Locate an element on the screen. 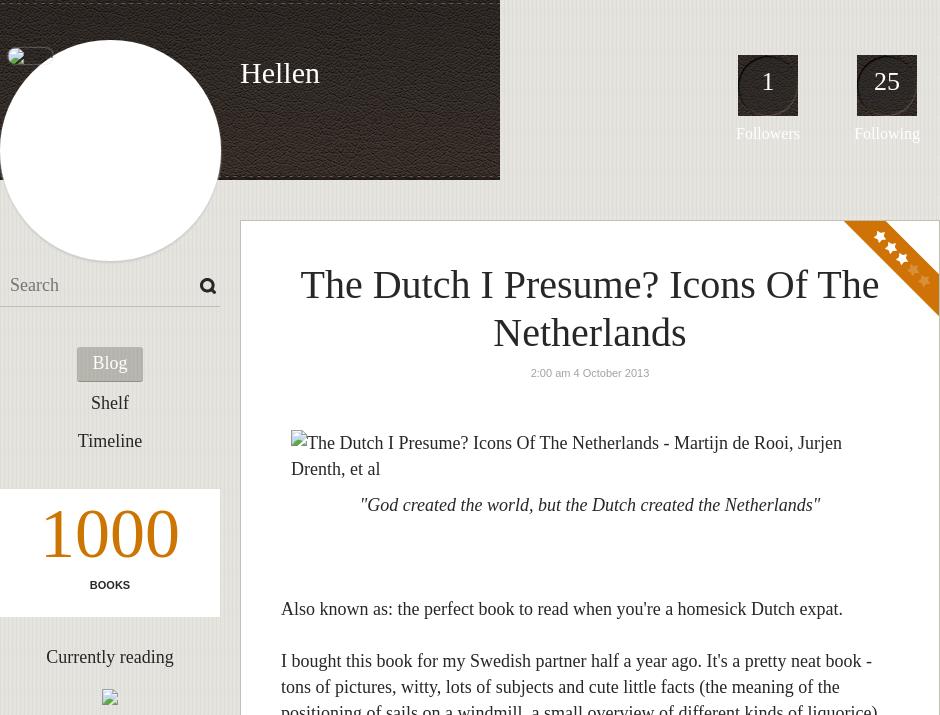 The width and height of the screenshot is (940, 715). '2:00 am 4 October 2013' is located at coordinates (588, 372).